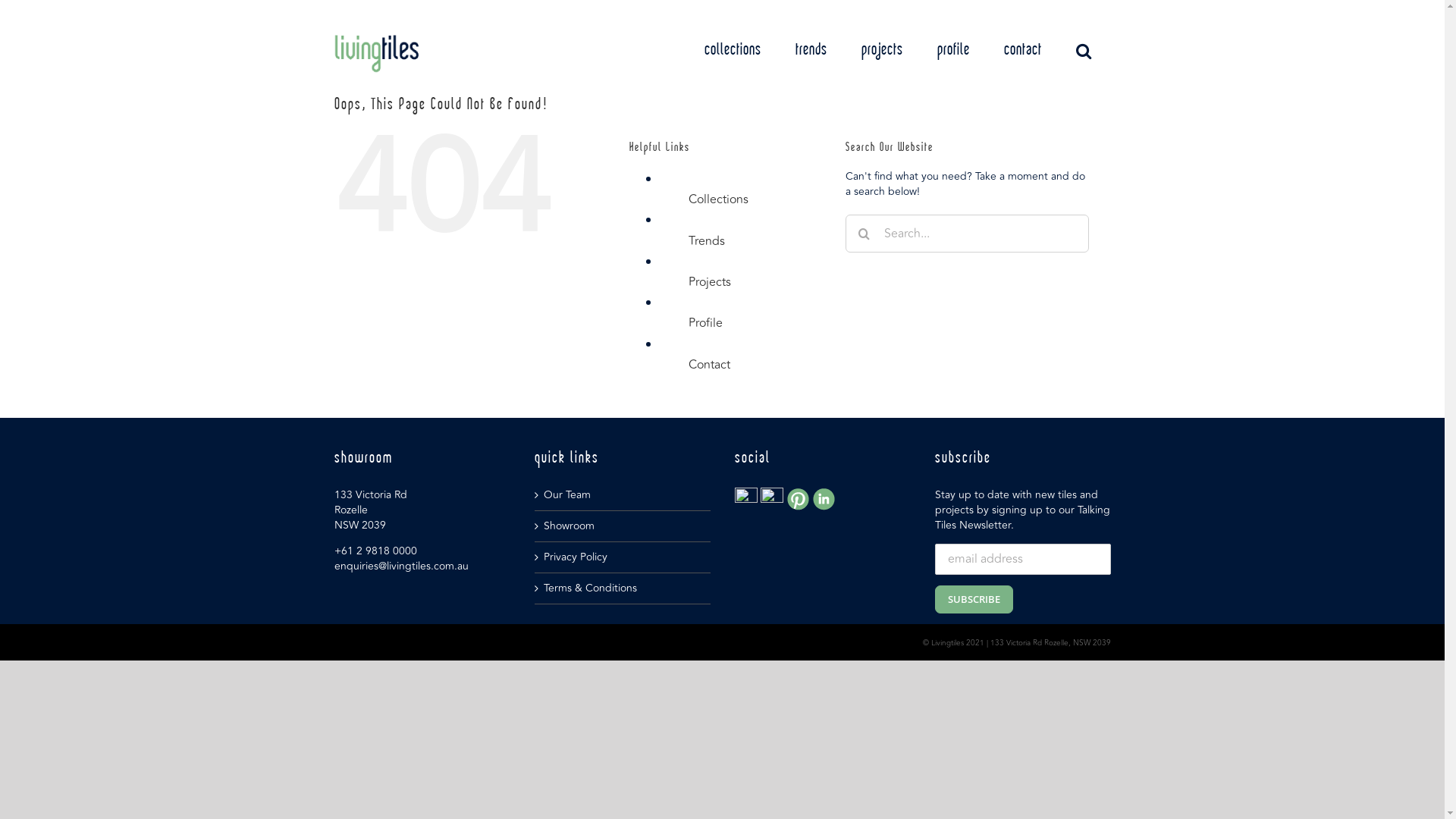  What do you see at coordinates (1082, 49) in the screenshot?
I see `'Search'` at bounding box center [1082, 49].